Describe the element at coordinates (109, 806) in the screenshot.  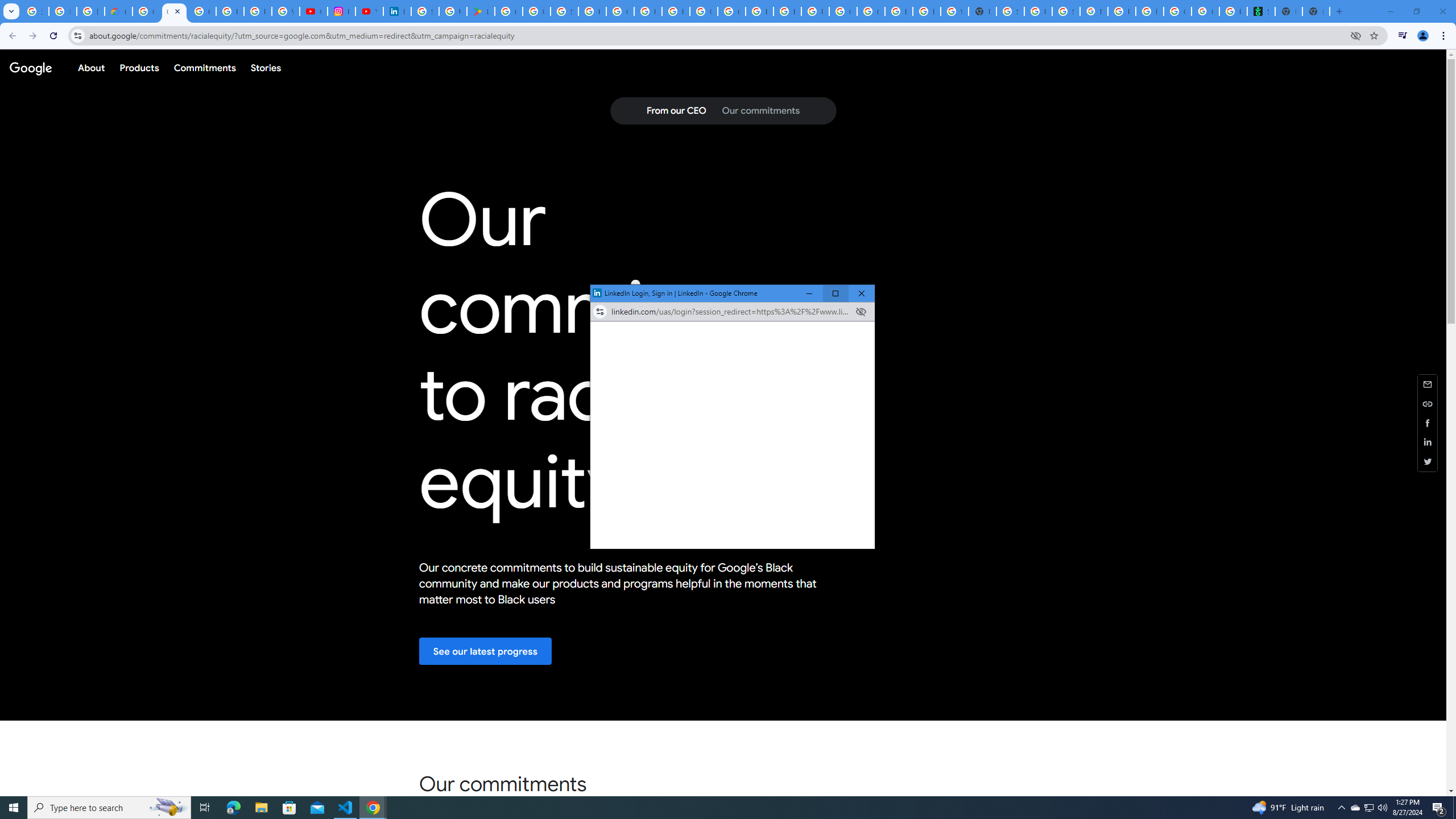
I see `'Type here to search'` at that location.